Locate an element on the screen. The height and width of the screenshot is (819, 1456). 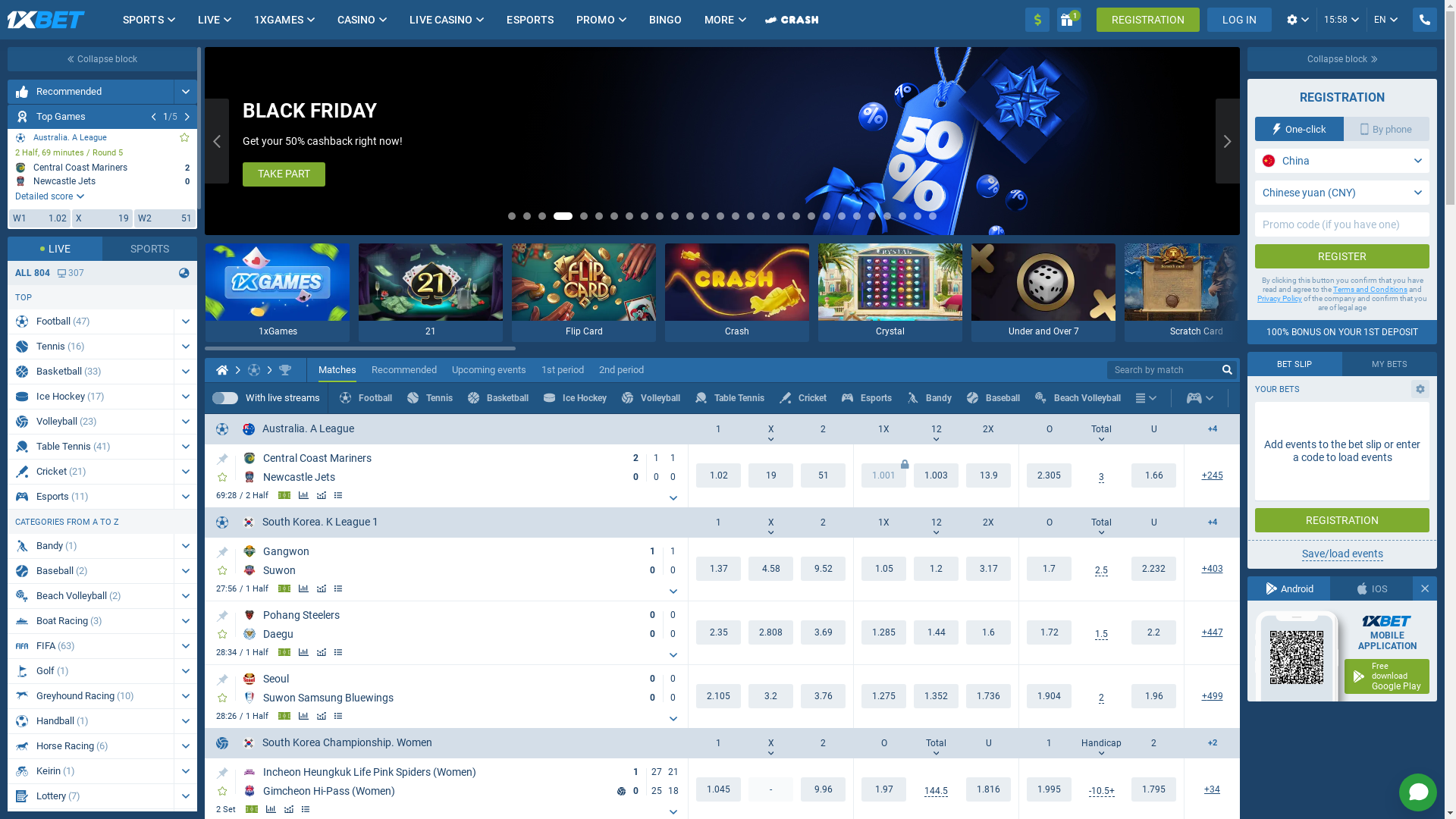
'1.96' is located at coordinates (1153, 696).